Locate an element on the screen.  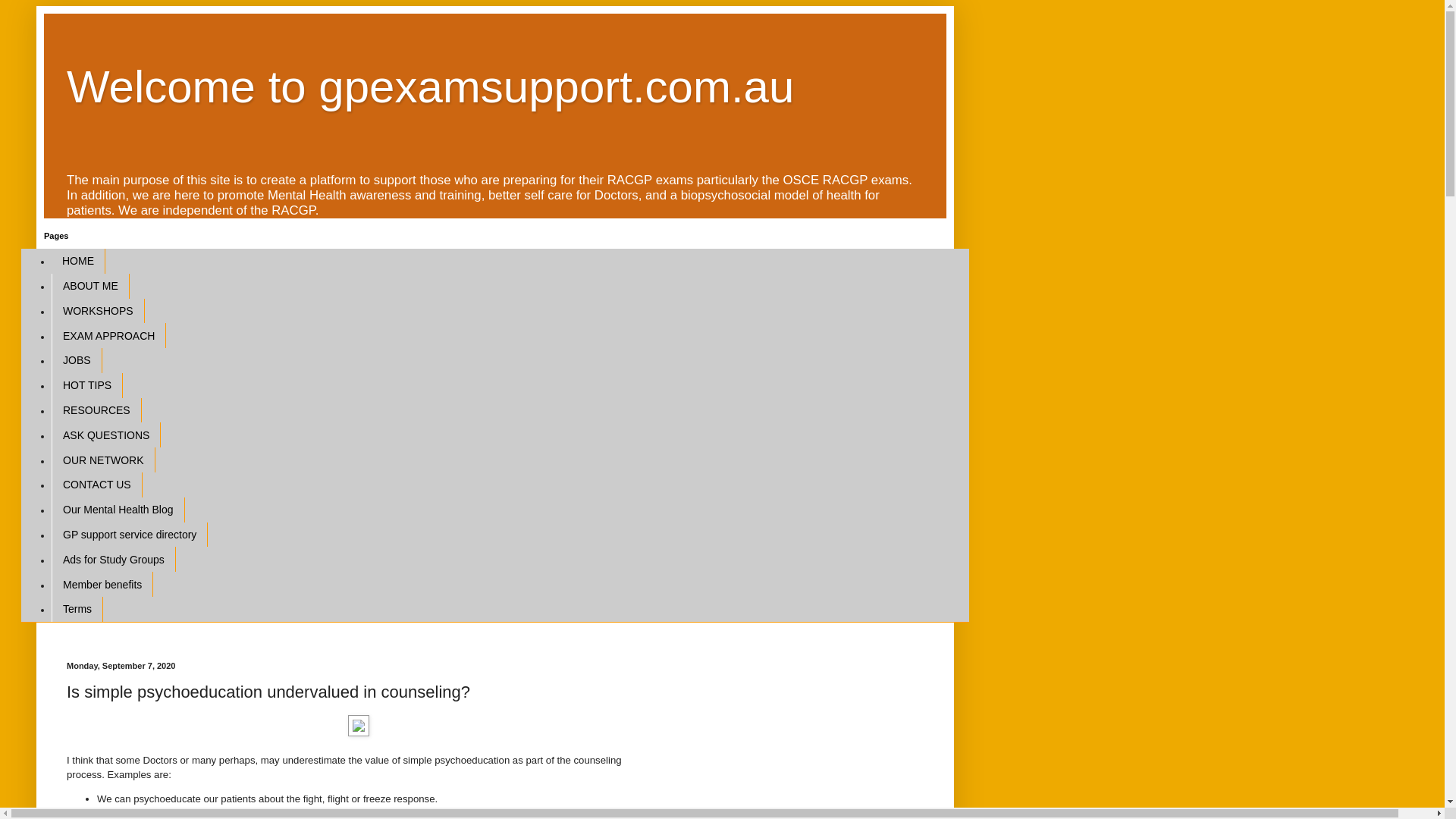
'EXAM APPROACH' is located at coordinates (108, 334).